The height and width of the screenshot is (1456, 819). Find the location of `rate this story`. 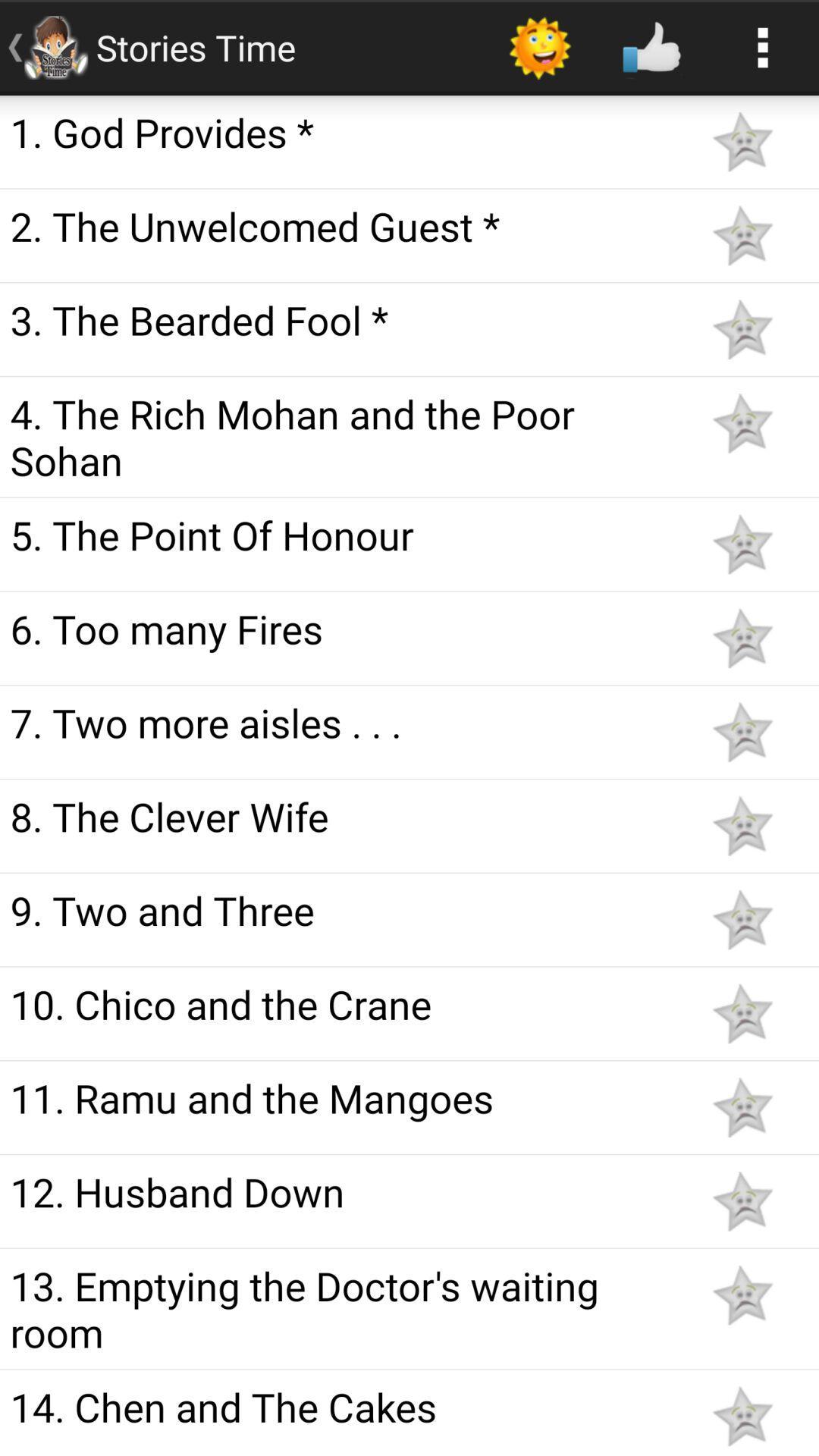

rate this story is located at coordinates (742, 1013).